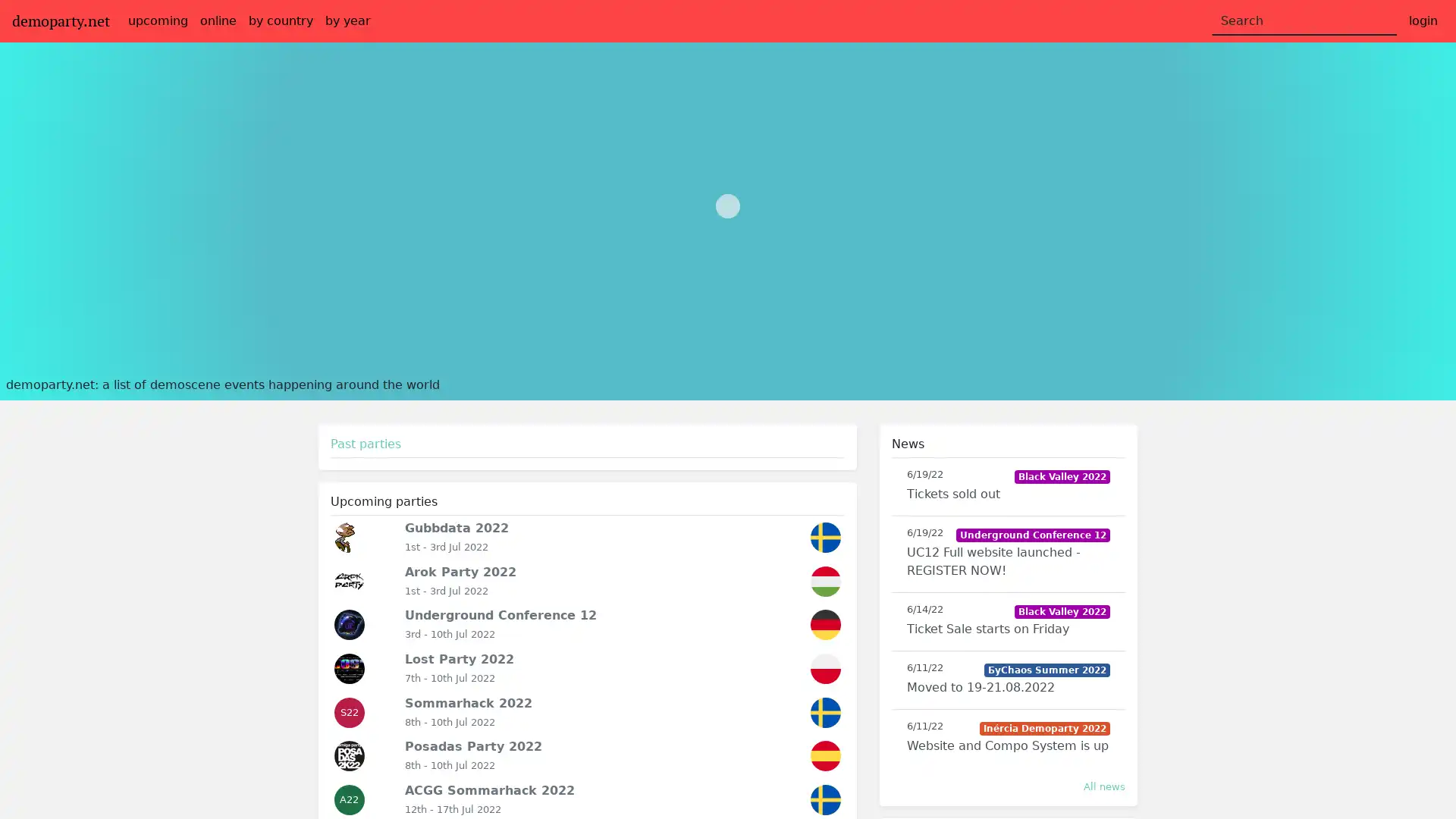 Image resolution: width=1456 pixels, height=819 pixels. What do you see at coordinates (1299, 365) in the screenshot?
I see `Keyboard shortcuts` at bounding box center [1299, 365].